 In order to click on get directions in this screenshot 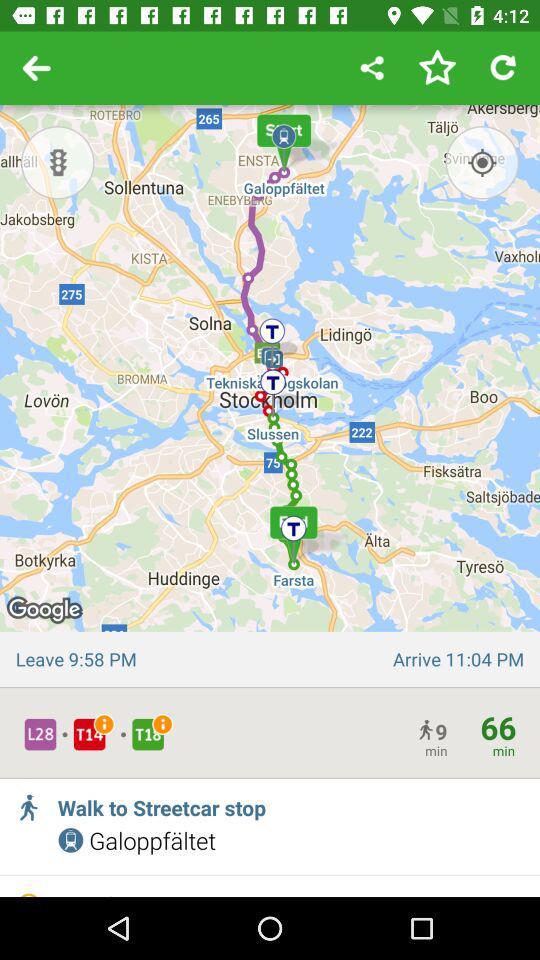, I will do `click(481, 161)`.